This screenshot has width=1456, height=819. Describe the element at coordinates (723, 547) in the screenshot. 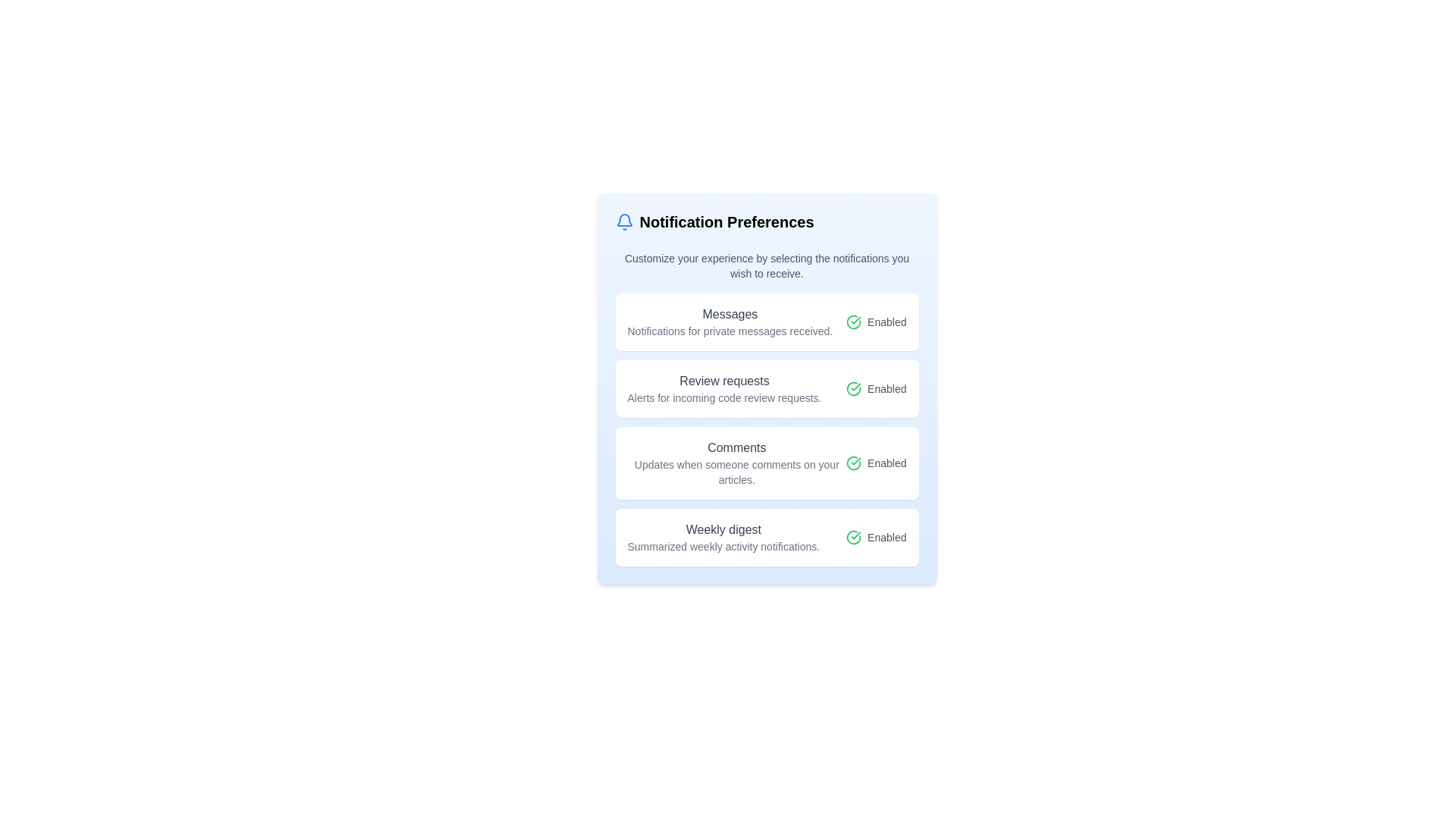

I see `the text caption styled in a smaller font size and gray color located below the 'Weekly digest' title` at that location.